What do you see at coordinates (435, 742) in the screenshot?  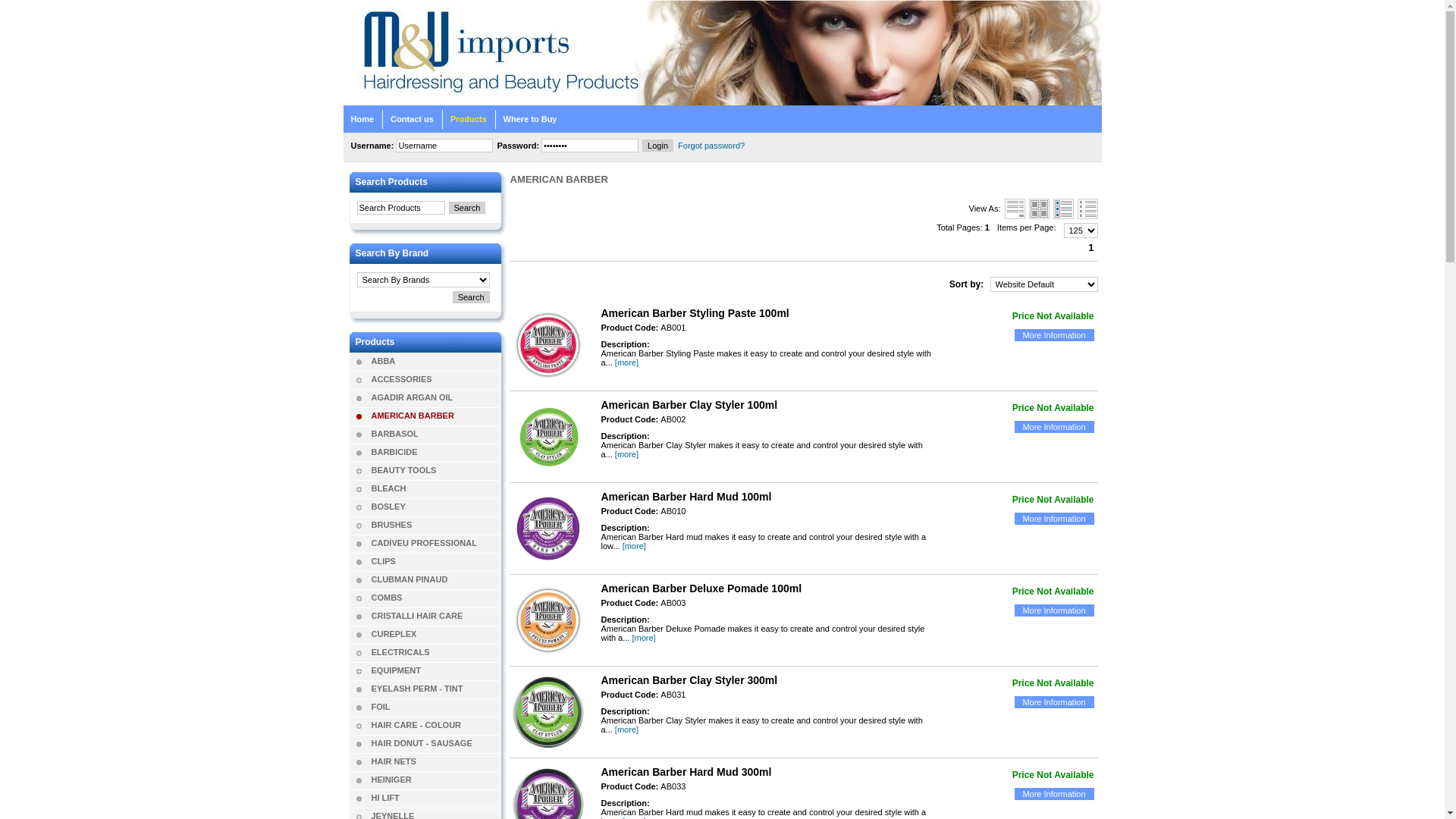 I see `'HAIR DONUT - SAUSAGE'` at bounding box center [435, 742].